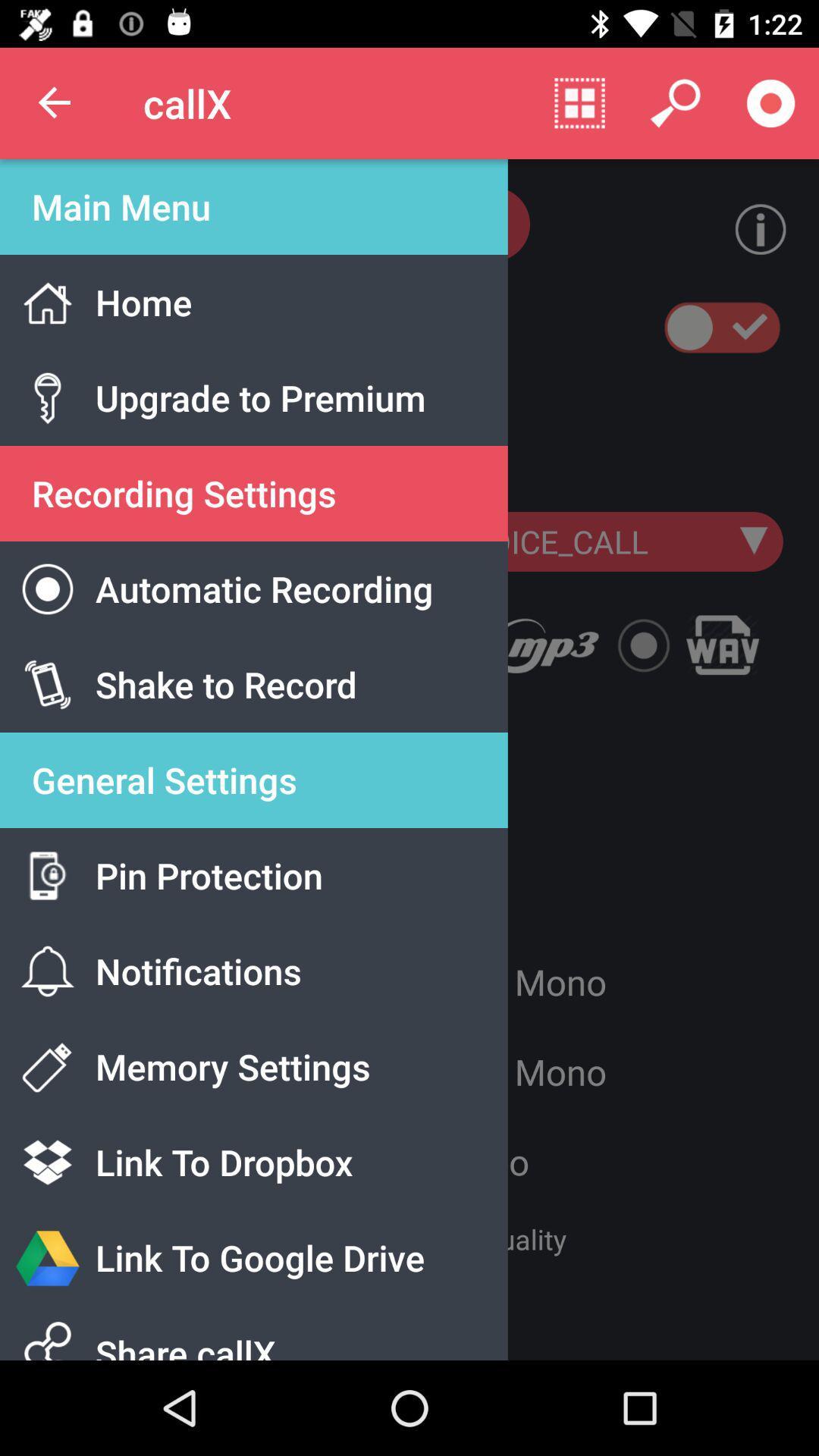 The width and height of the screenshot is (819, 1456). What do you see at coordinates (281, 894) in the screenshot?
I see `the button pin protection on the web page` at bounding box center [281, 894].